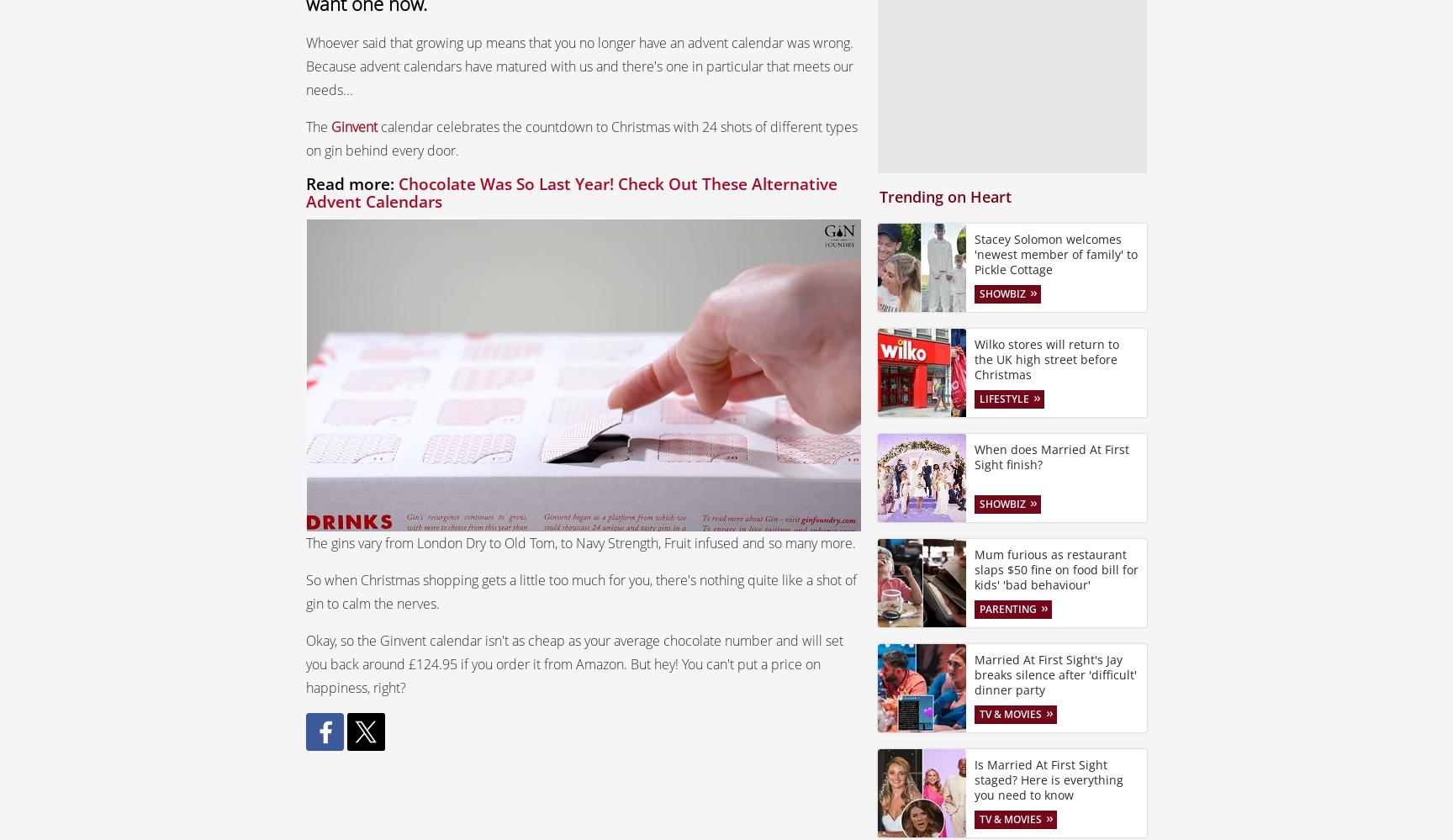 Image resolution: width=1453 pixels, height=840 pixels. What do you see at coordinates (304, 182) in the screenshot?
I see `'Read more:'` at bounding box center [304, 182].